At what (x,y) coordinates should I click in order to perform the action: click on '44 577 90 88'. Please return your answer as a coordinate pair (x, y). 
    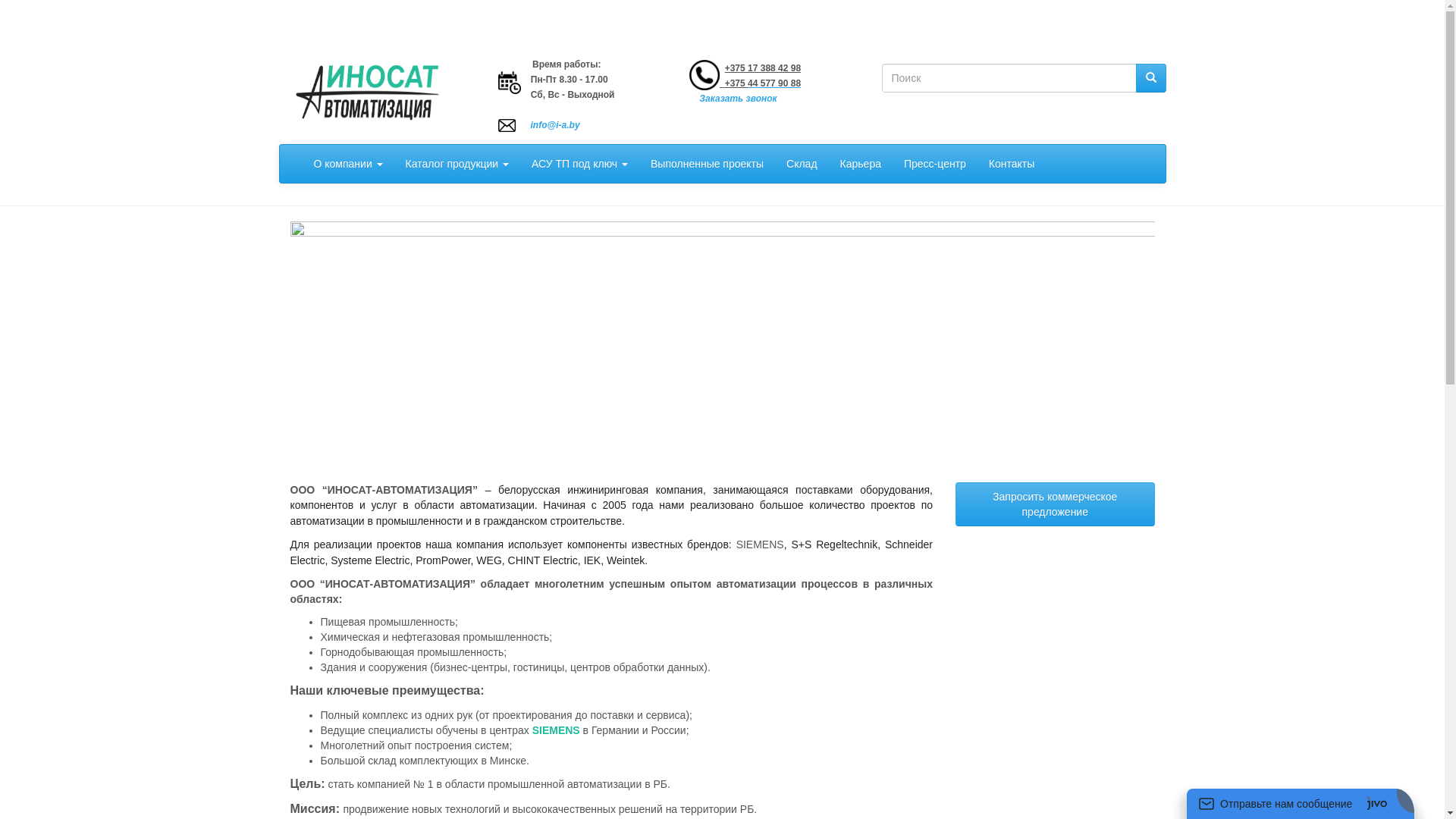
    Looking at the image, I should click on (774, 83).